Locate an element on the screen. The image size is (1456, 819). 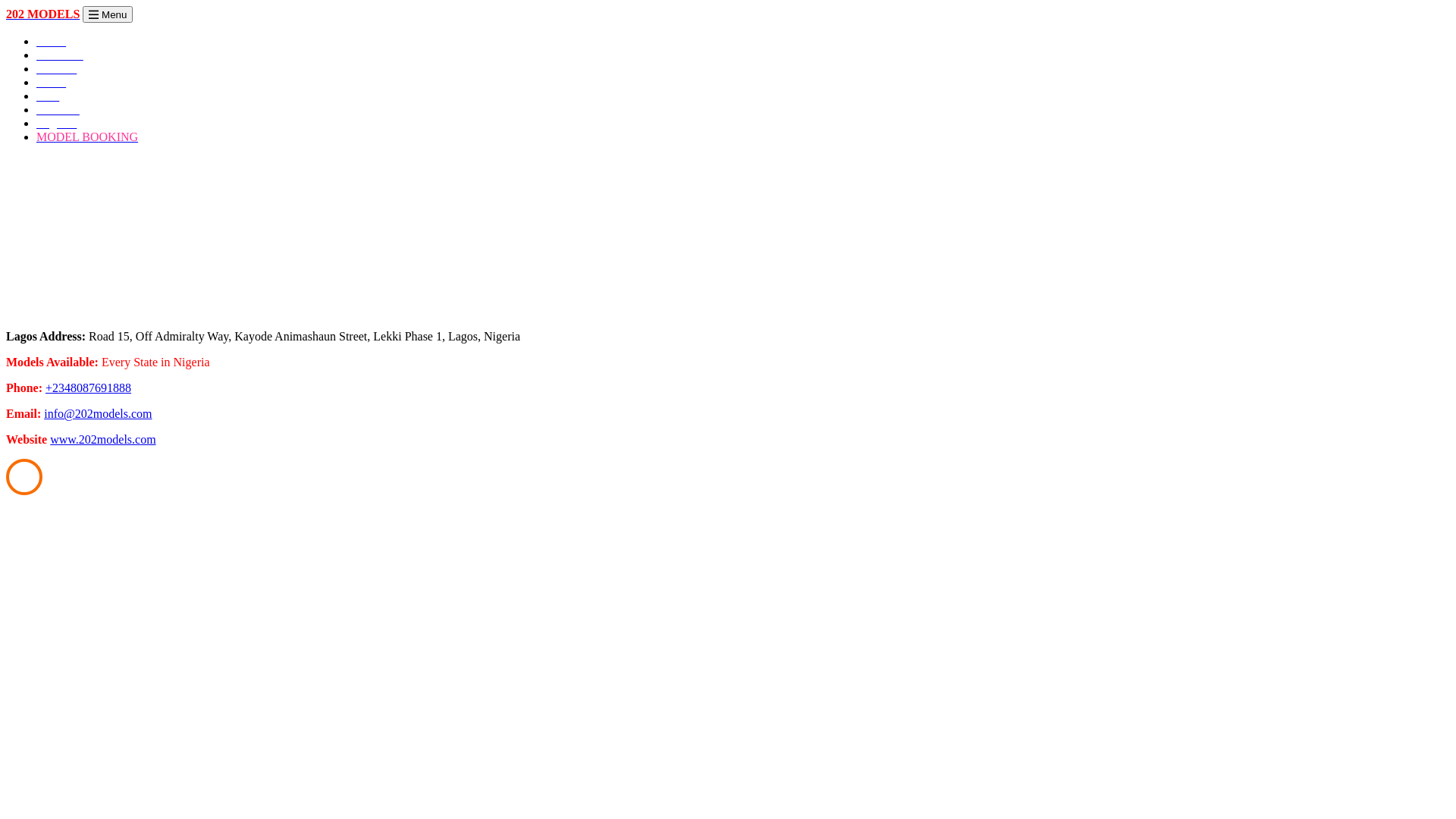
'+2348087691888' is located at coordinates (87, 387).